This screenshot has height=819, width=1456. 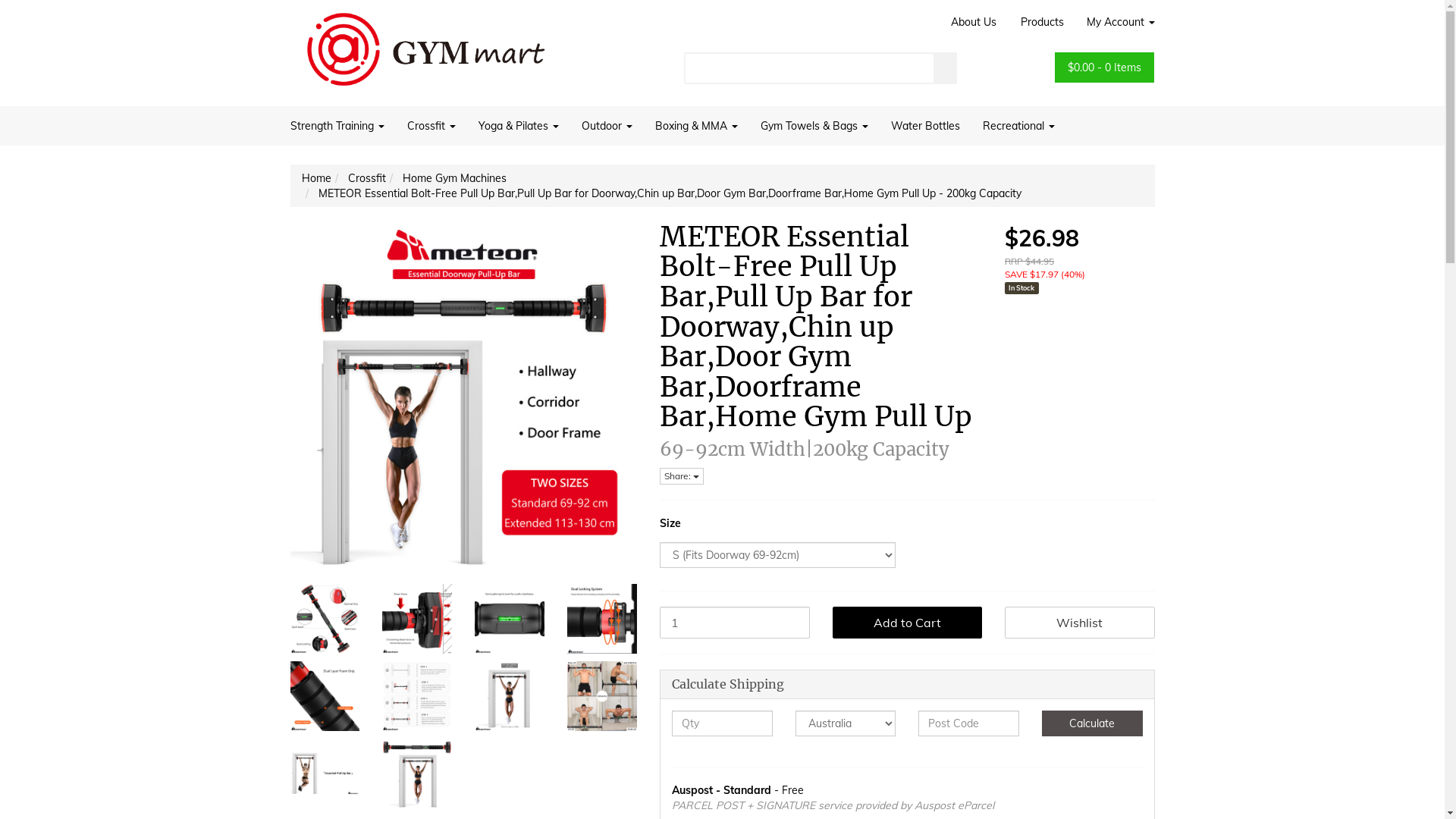 What do you see at coordinates (323, 696) in the screenshot?
I see `'Large View'` at bounding box center [323, 696].